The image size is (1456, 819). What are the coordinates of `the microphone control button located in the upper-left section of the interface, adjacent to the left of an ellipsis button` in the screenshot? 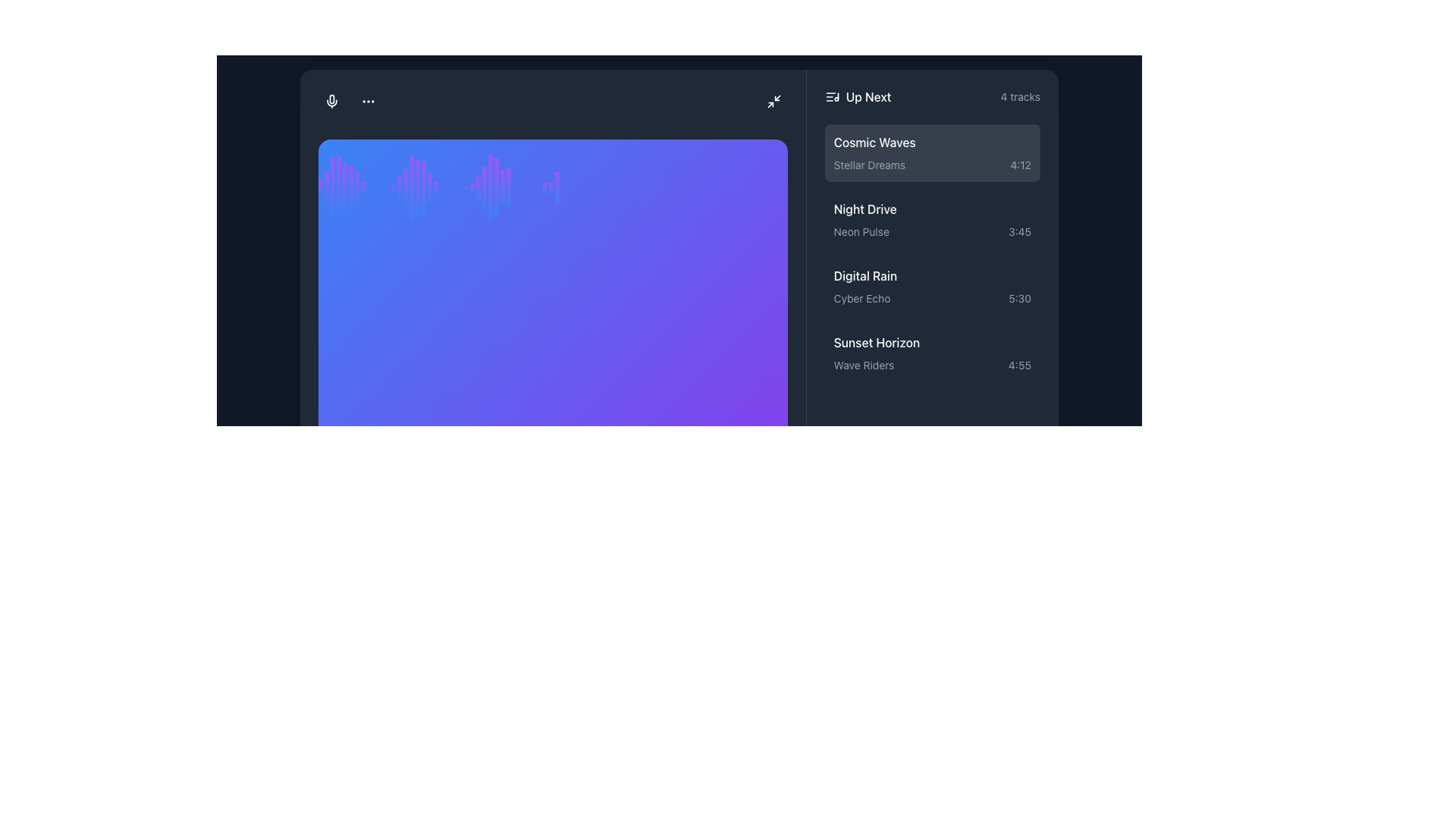 It's located at (331, 100).